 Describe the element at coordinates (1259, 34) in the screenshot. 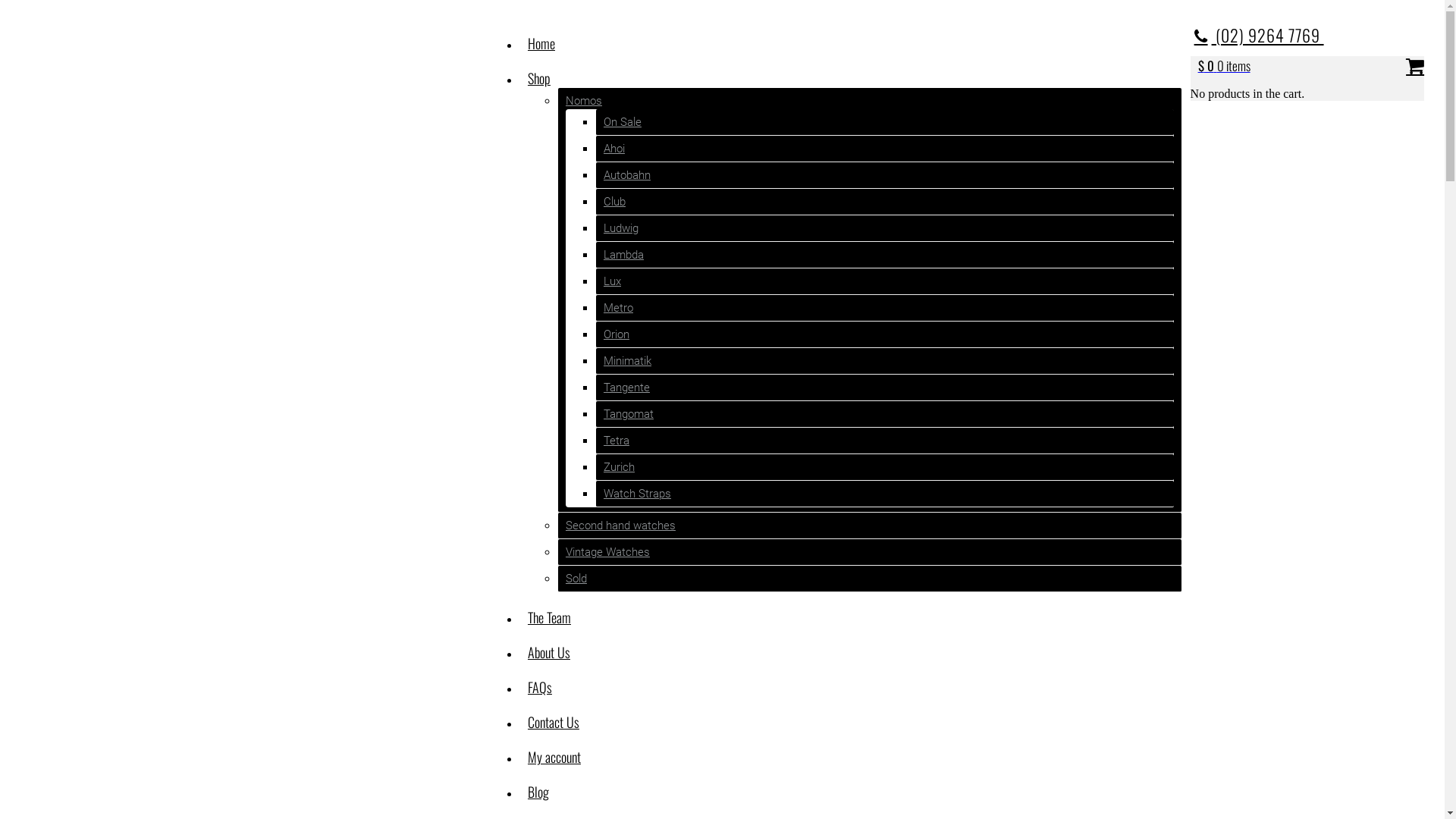

I see `'(02) 9264 7769 '` at that location.